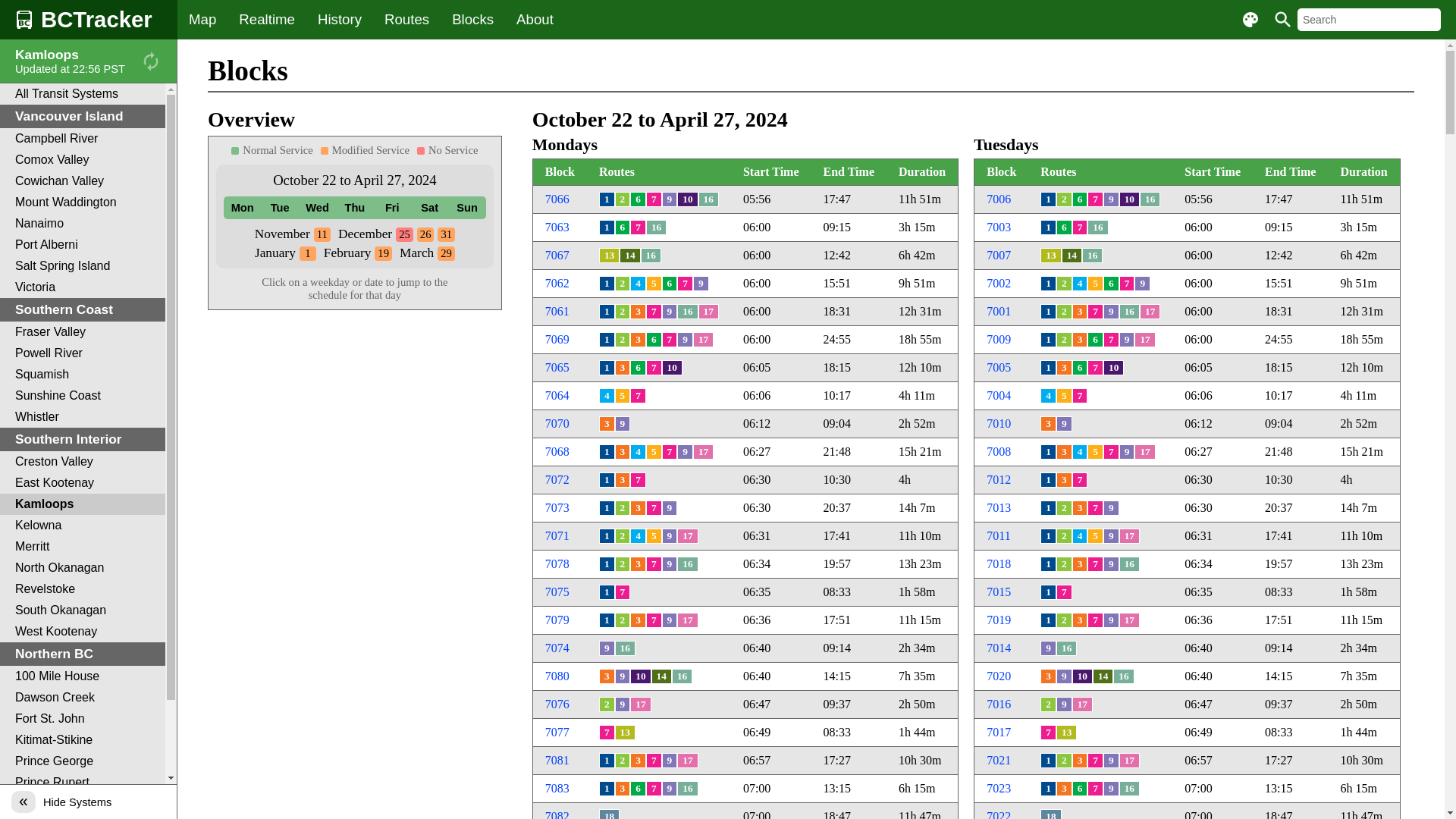 This screenshot has height=819, width=1456. I want to click on '7', so click(1127, 284).